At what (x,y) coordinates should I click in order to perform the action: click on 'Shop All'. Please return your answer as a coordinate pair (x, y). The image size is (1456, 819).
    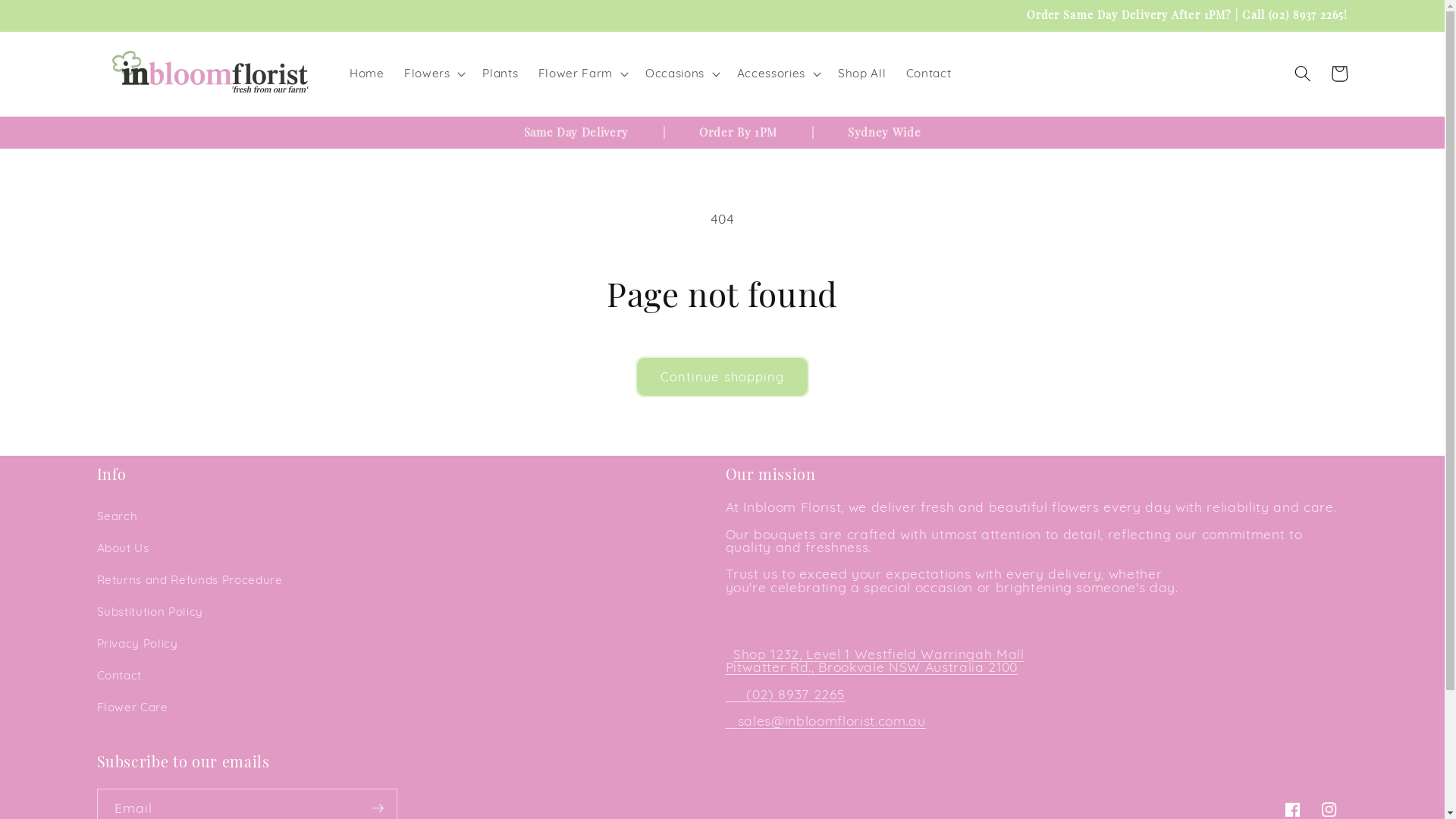
    Looking at the image, I should click on (862, 73).